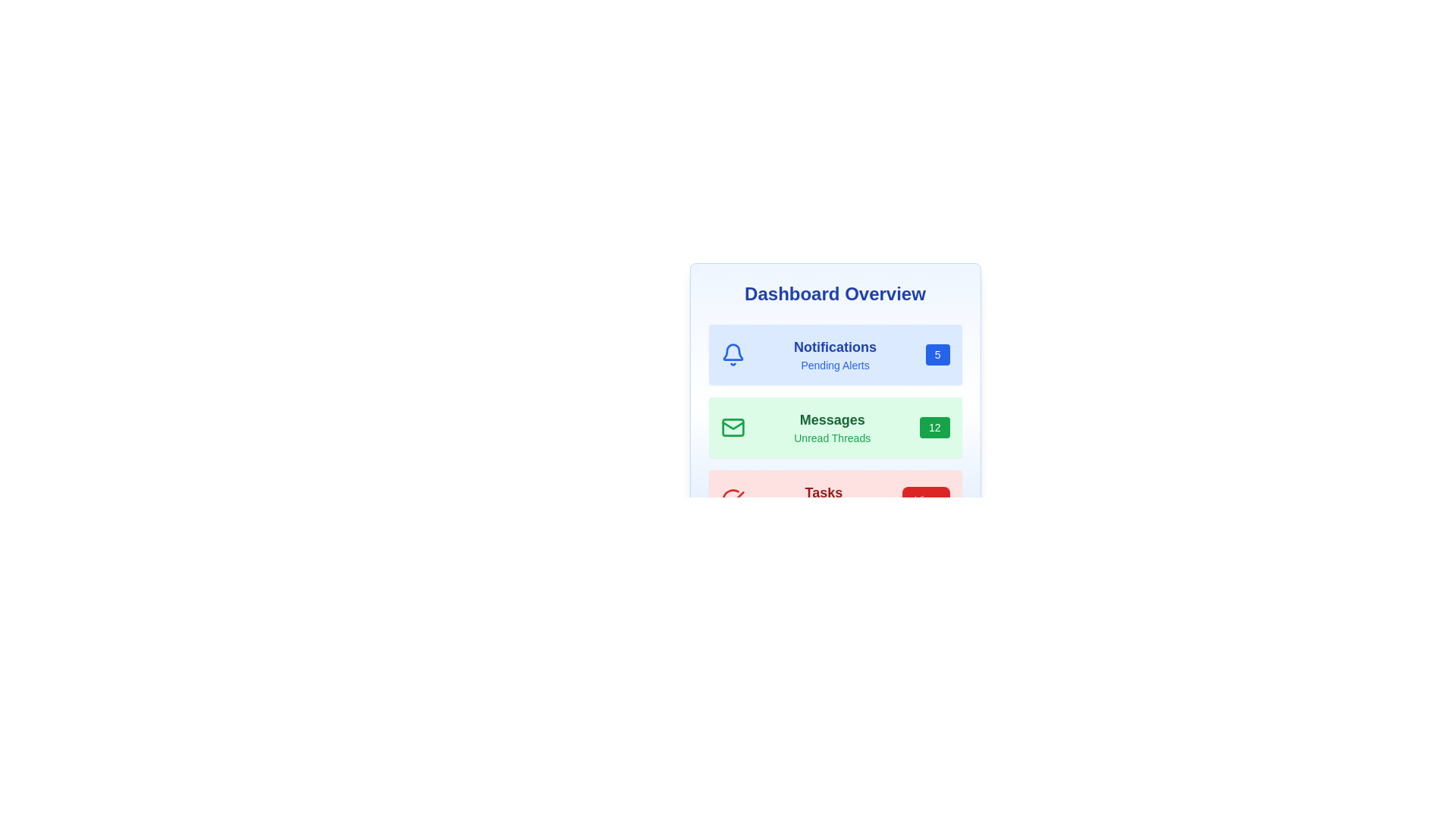 The width and height of the screenshot is (1456, 819). Describe the element at coordinates (831, 438) in the screenshot. I see `status of unread threads displayed in the static text located directly underneath the 'Messages' label on the green section of the 'Messages' card` at that location.